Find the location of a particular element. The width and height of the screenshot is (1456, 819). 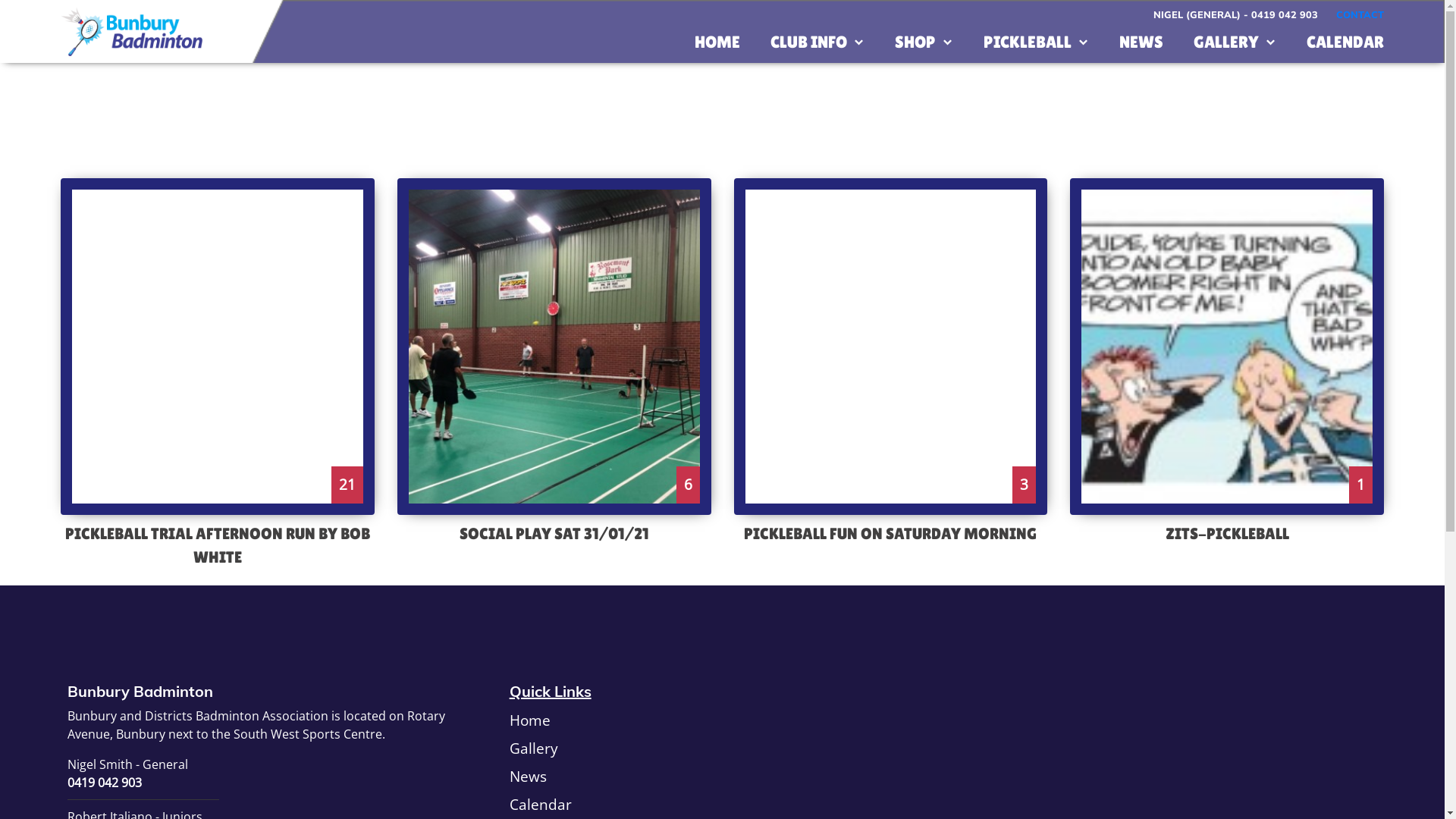

'Gallery' is located at coordinates (534, 748).